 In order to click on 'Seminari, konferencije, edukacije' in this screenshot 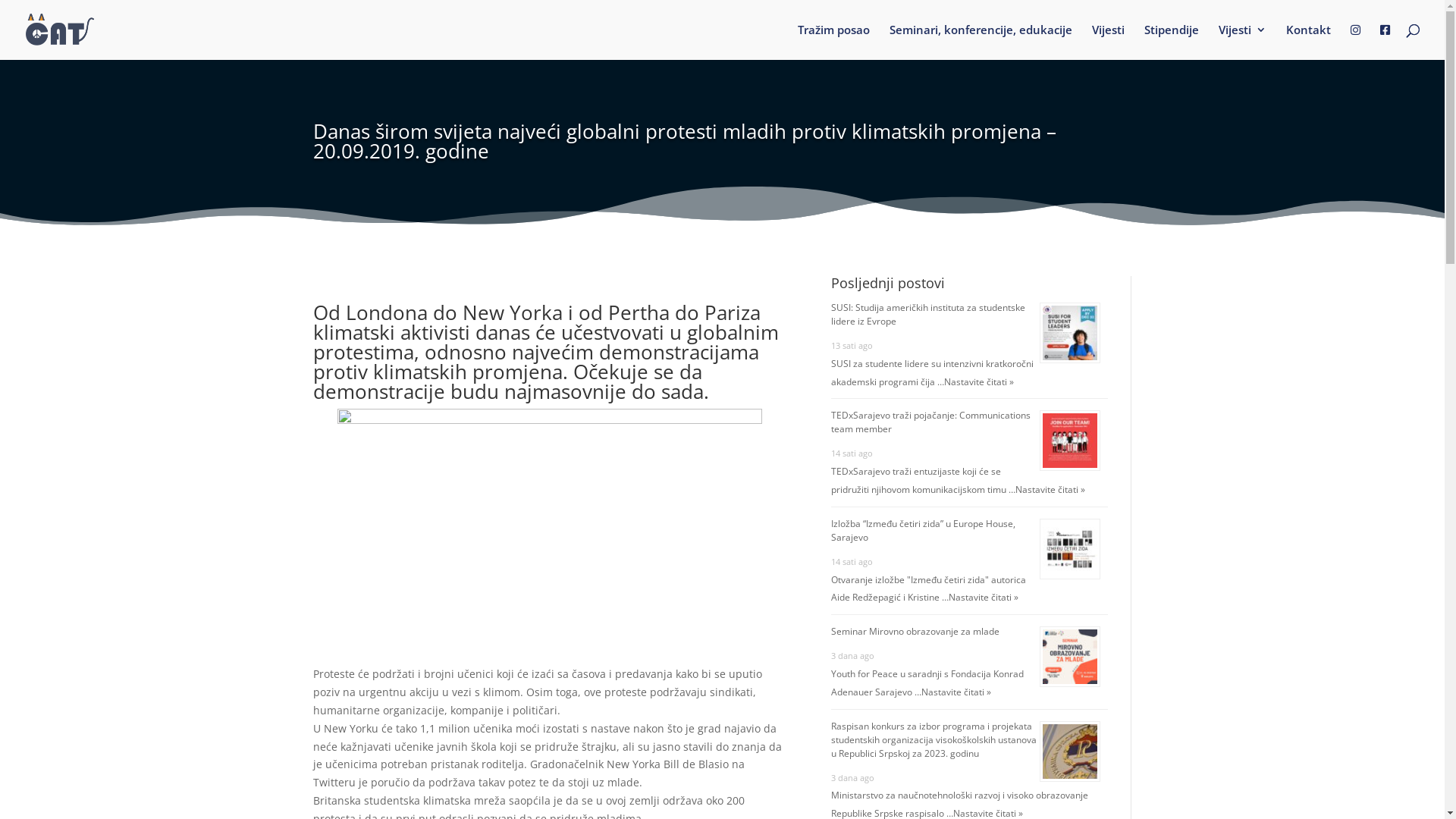, I will do `click(981, 40)`.